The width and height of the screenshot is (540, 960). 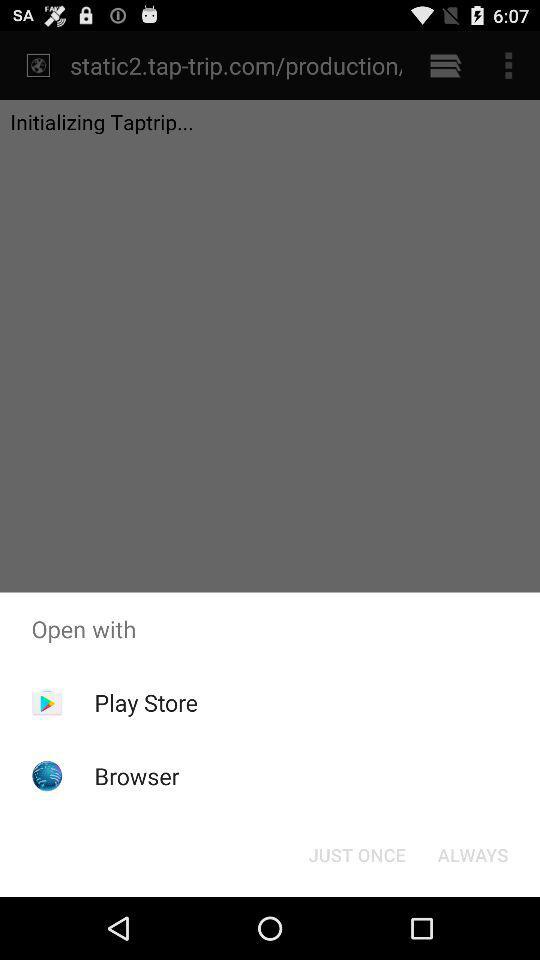 I want to click on the button at the bottom, so click(x=356, y=853).